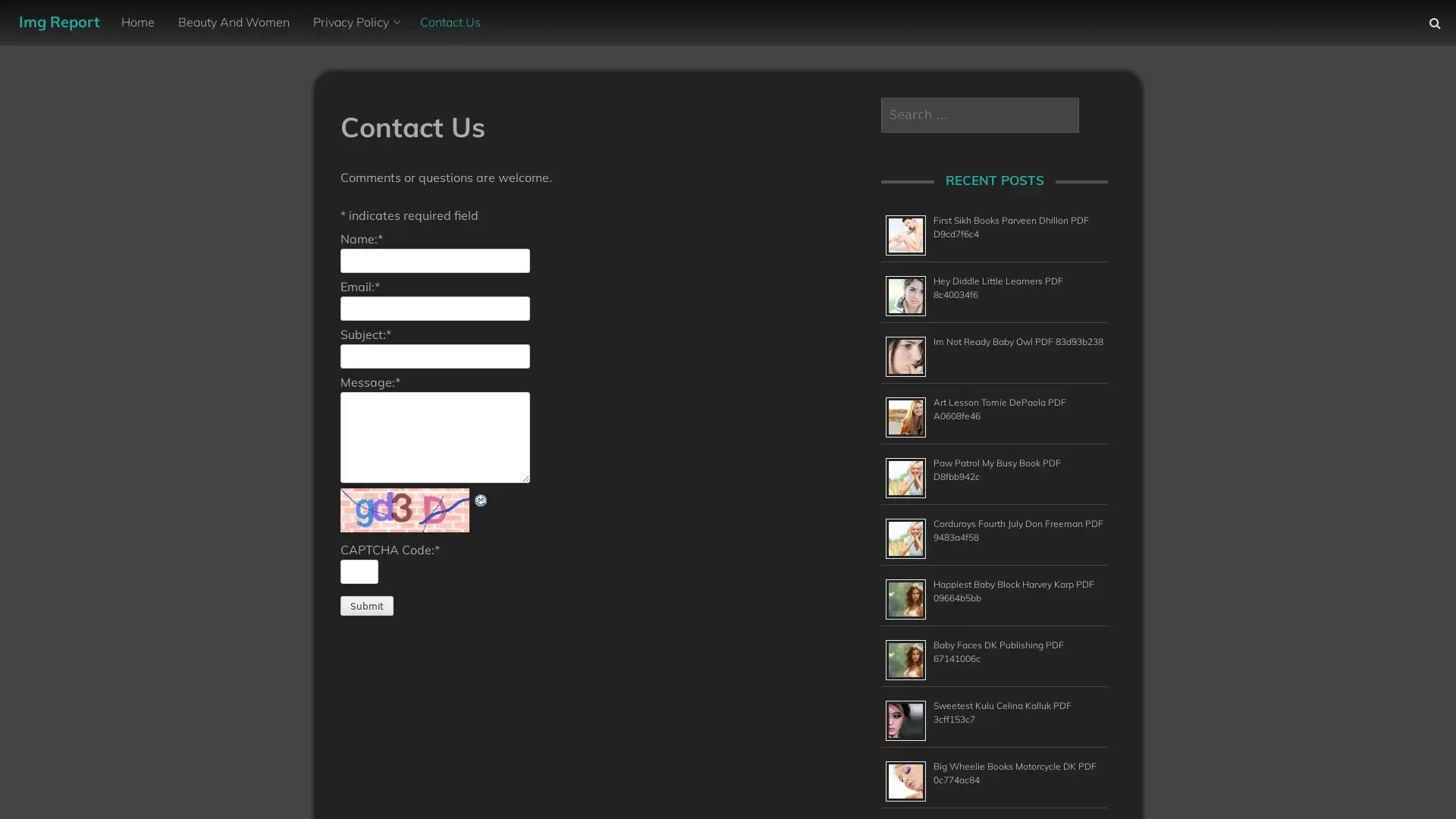 The image size is (1456, 819). I want to click on Submit, so click(367, 604).